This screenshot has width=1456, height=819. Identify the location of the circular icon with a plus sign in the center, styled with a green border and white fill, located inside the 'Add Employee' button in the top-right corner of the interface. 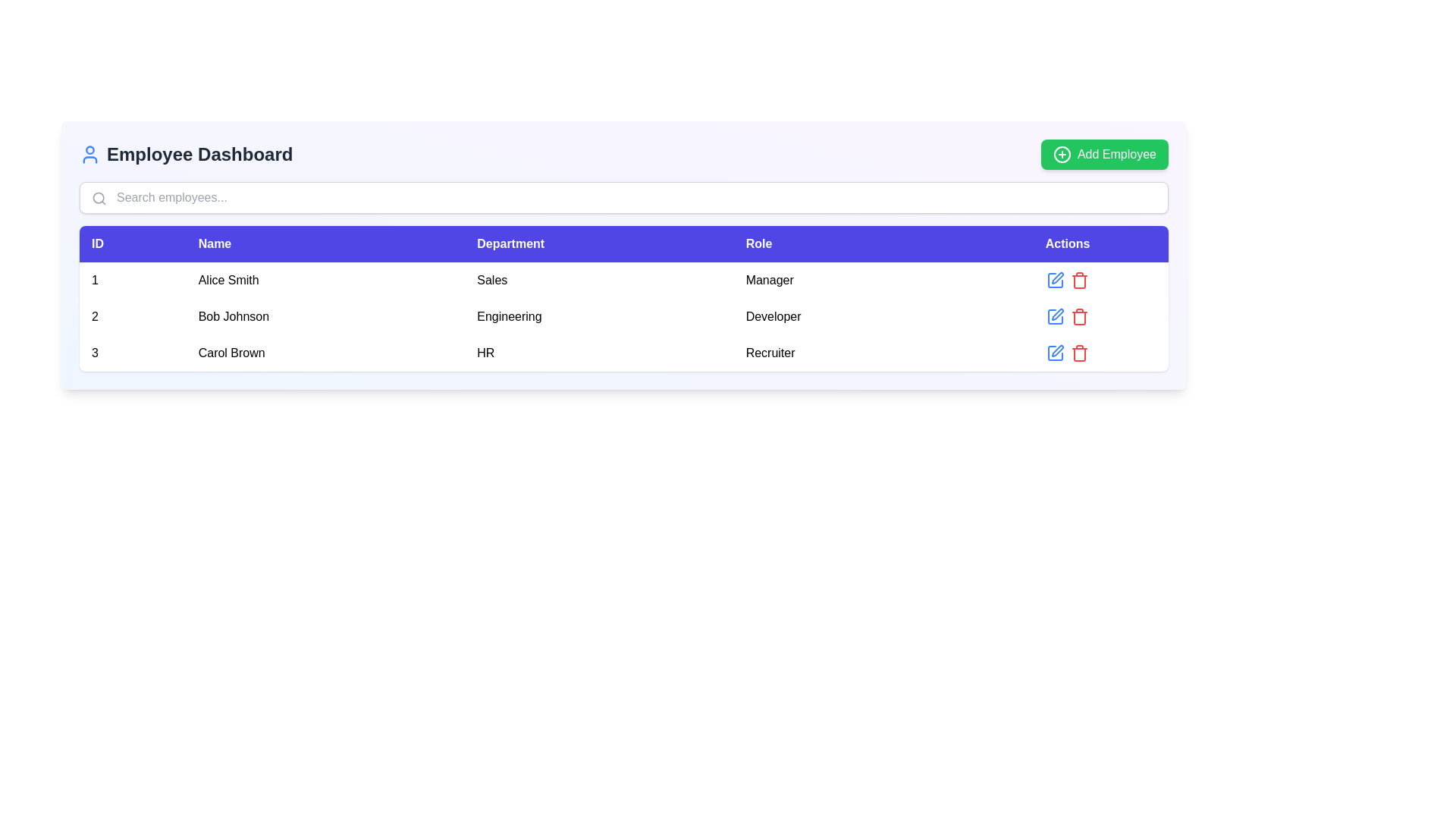
(1062, 155).